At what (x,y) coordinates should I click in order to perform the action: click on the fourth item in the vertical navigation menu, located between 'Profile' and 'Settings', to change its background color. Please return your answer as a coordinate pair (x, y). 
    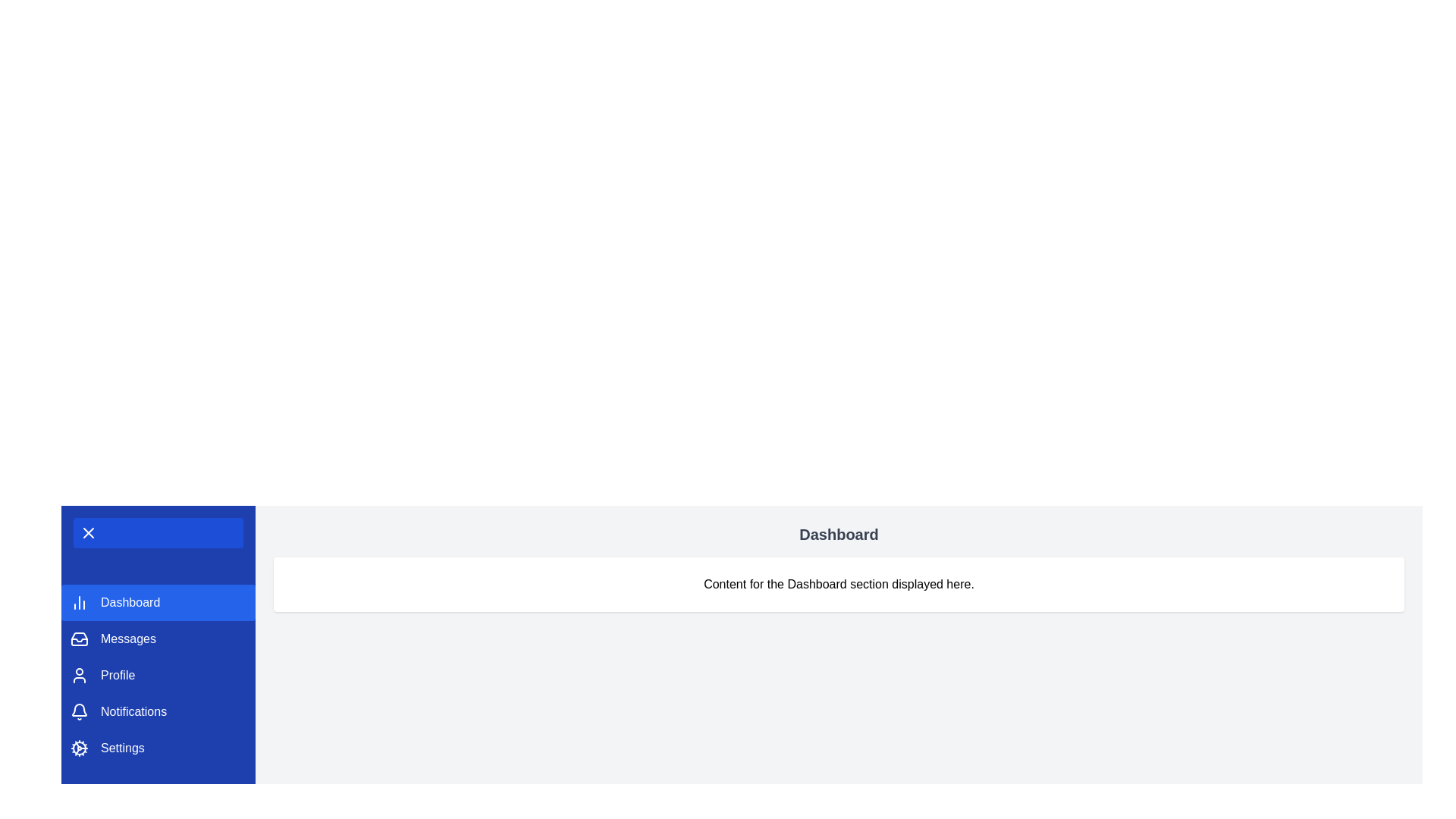
    Looking at the image, I should click on (158, 711).